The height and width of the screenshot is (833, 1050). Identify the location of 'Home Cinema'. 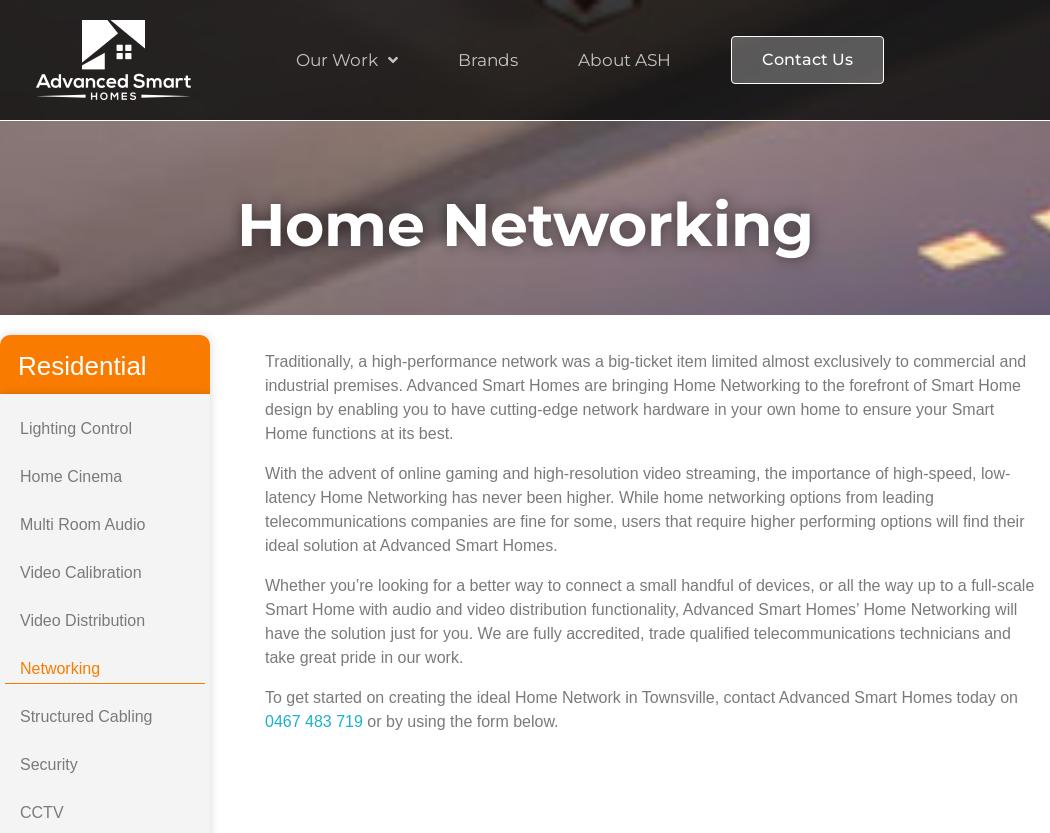
(69, 476).